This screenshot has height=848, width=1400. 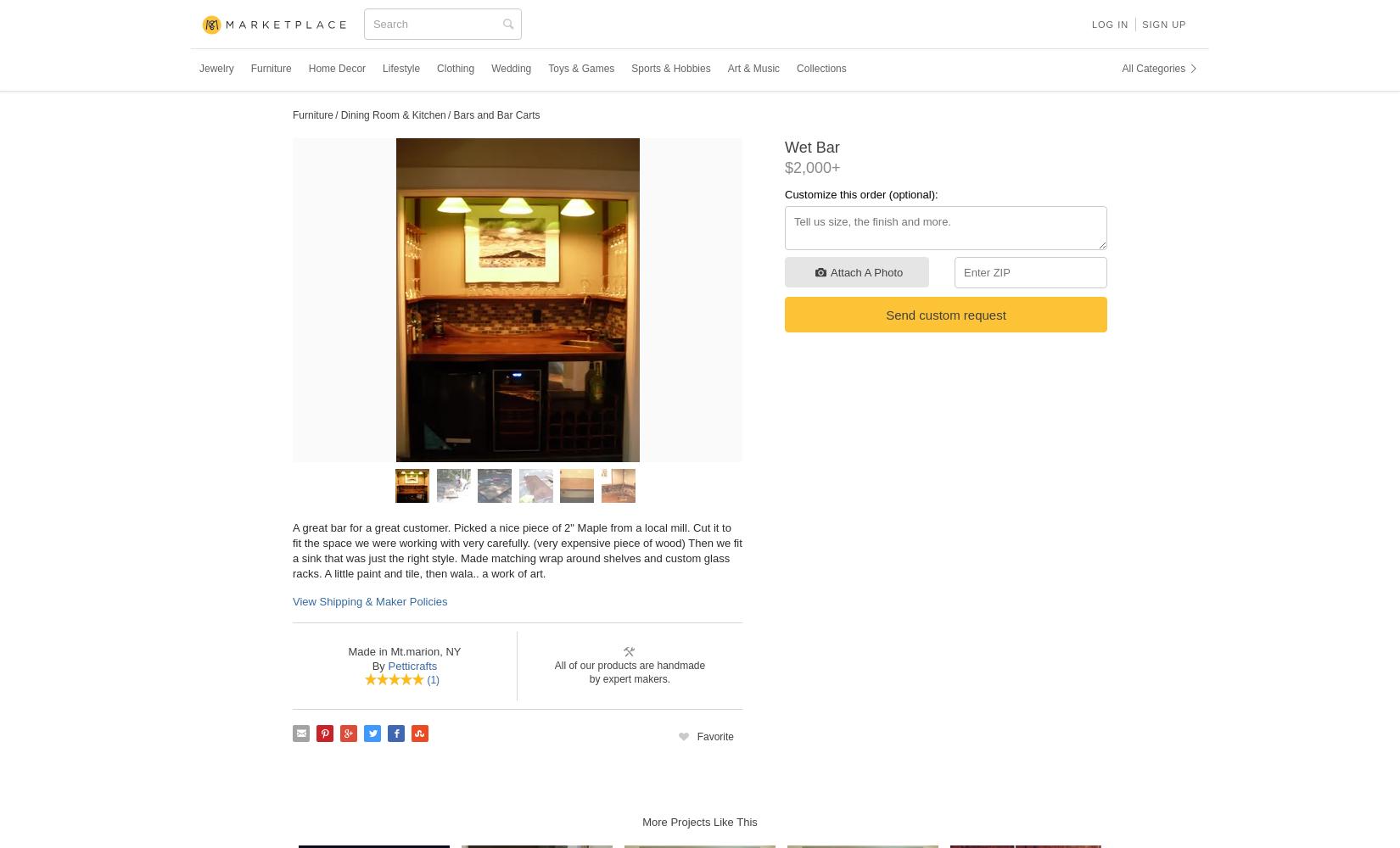 What do you see at coordinates (629, 678) in the screenshot?
I see `'by expert makers.'` at bounding box center [629, 678].